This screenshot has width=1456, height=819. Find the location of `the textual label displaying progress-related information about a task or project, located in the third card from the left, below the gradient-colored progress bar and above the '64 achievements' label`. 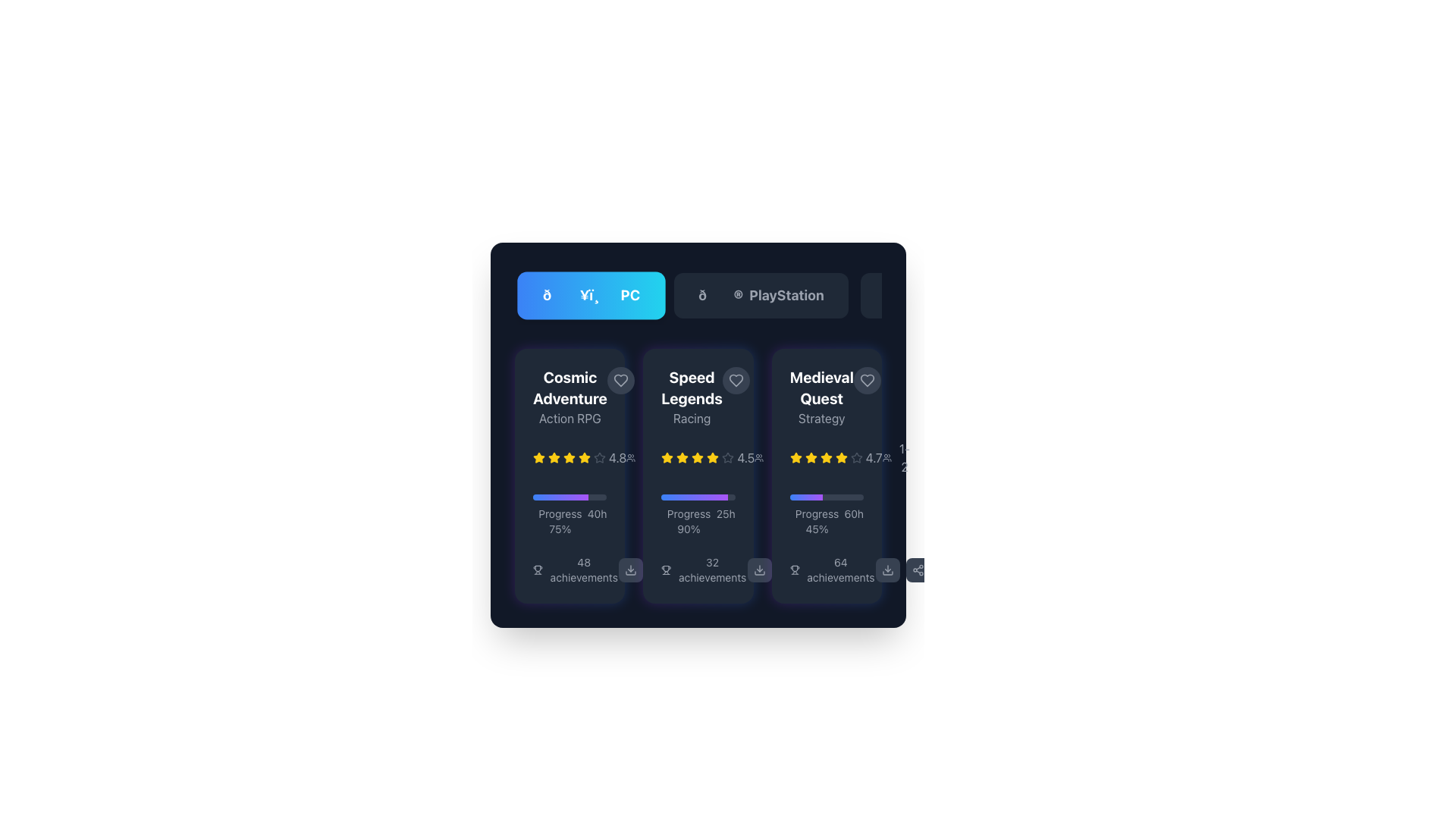

the textual label displaying progress-related information about a task or project, located in the third card from the left, below the gradient-colored progress bar and above the '64 achievements' label is located at coordinates (826, 520).